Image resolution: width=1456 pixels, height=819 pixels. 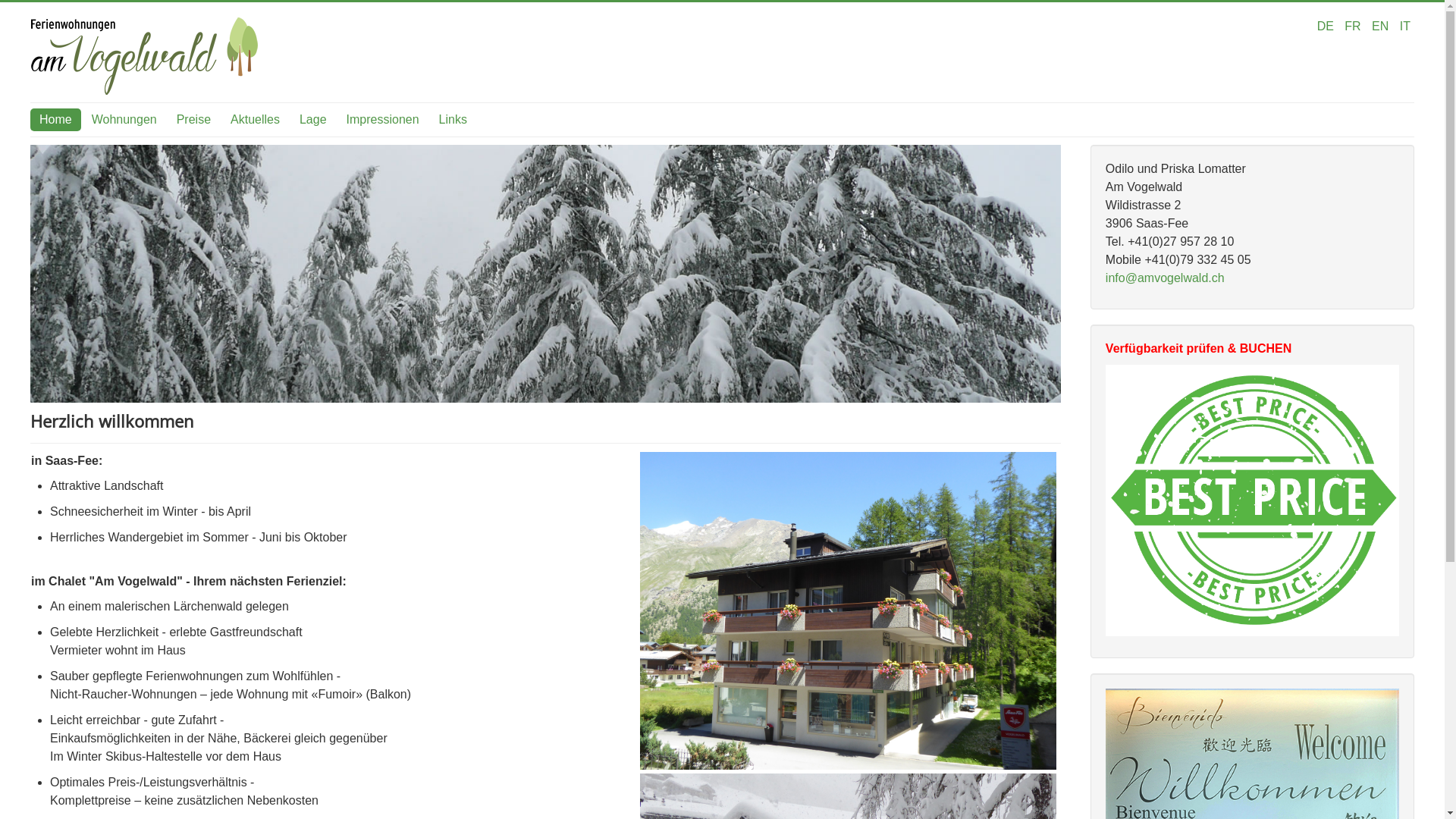 What do you see at coordinates (1404, 26) in the screenshot?
I see `'IT'` at bounding box center [1404, 26].